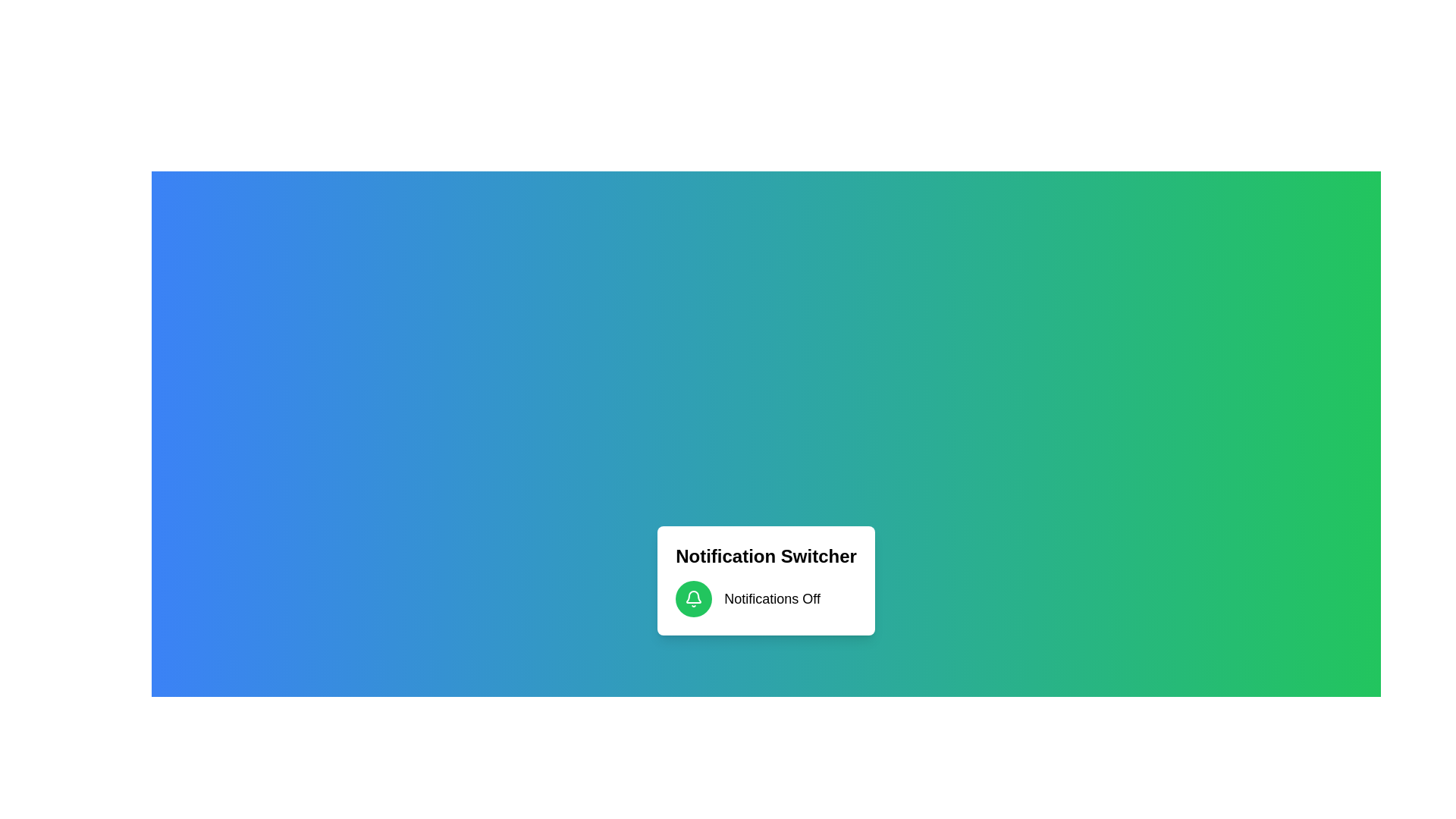 The image size is (1456, 819). What do you see at coordinates (693, 598) in the screenshot?
I see `the green notification button located to the left of the 'Notifications Off' text label, which toggles the notification status` at bounding box center [693, 598].